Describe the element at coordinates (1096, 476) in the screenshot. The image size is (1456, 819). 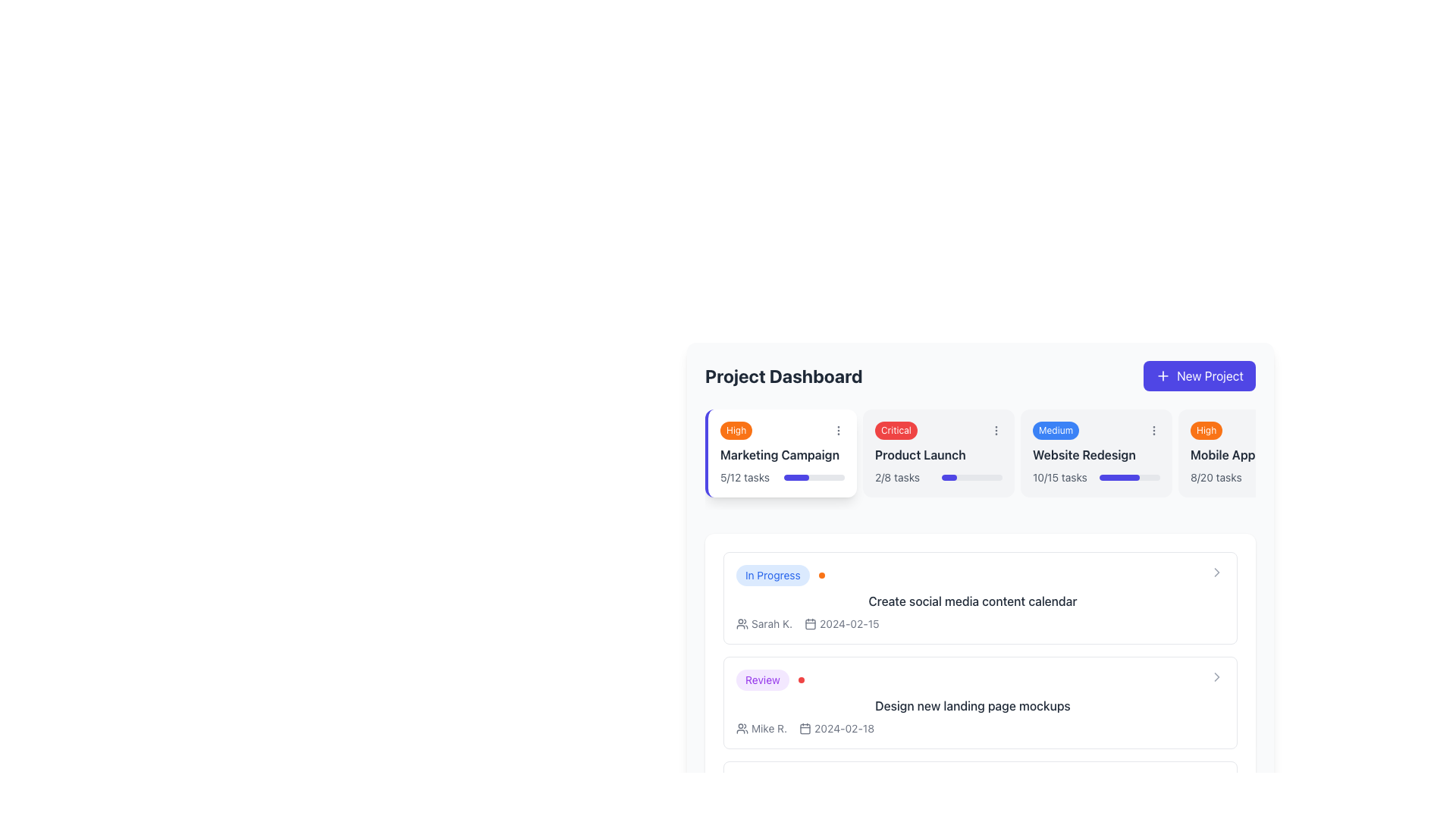
I see `text displayed on the Progress indicator showing '10/15 tasks', located at the bottom-right section of the 'Website Redesign' card` at that location.